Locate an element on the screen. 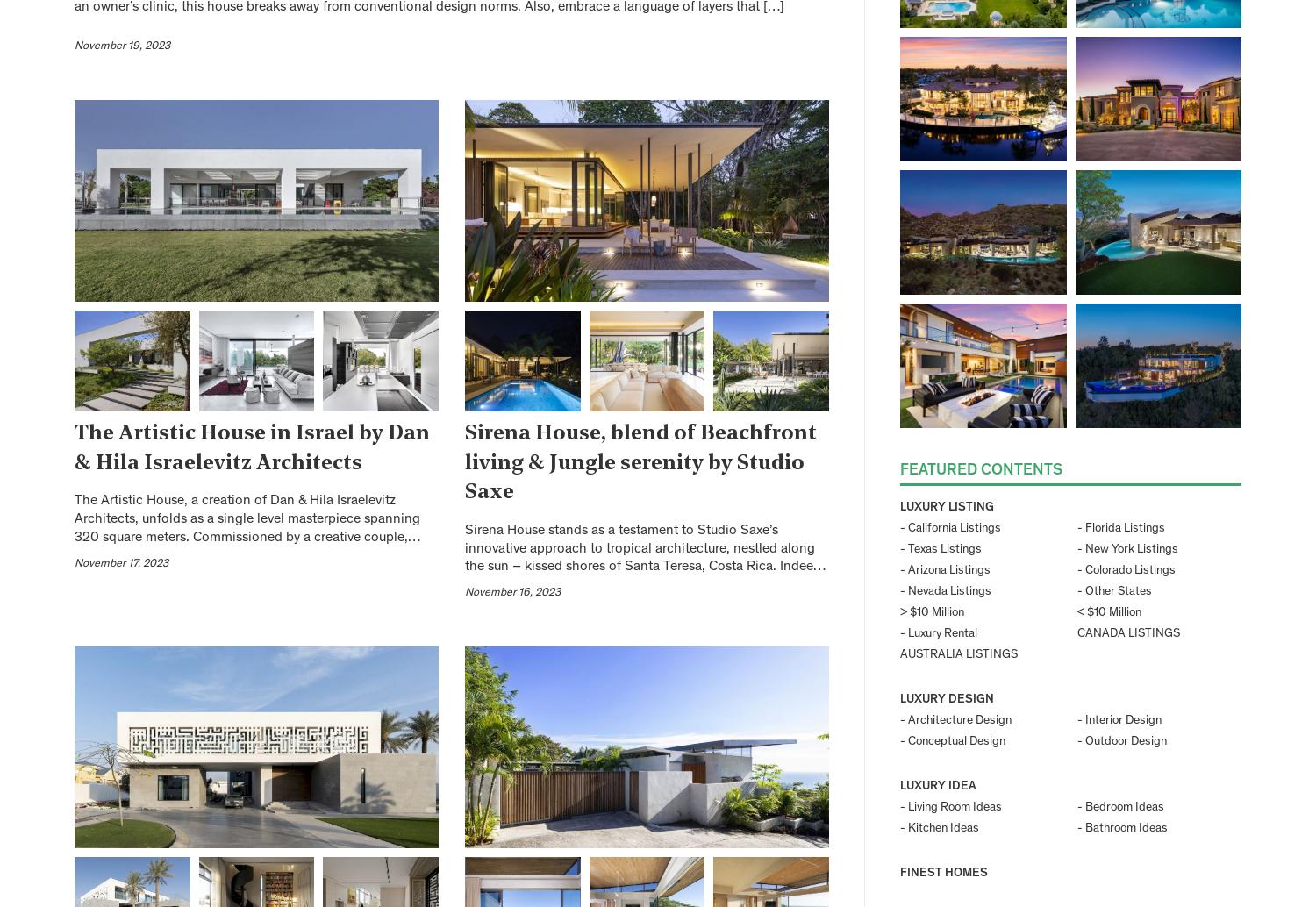 The height and width of the screenshot is (907, 1316). 'The Artistic House in Israel by Dan & Hila Israelevitz Architects' is located at coordinates (252, 447).